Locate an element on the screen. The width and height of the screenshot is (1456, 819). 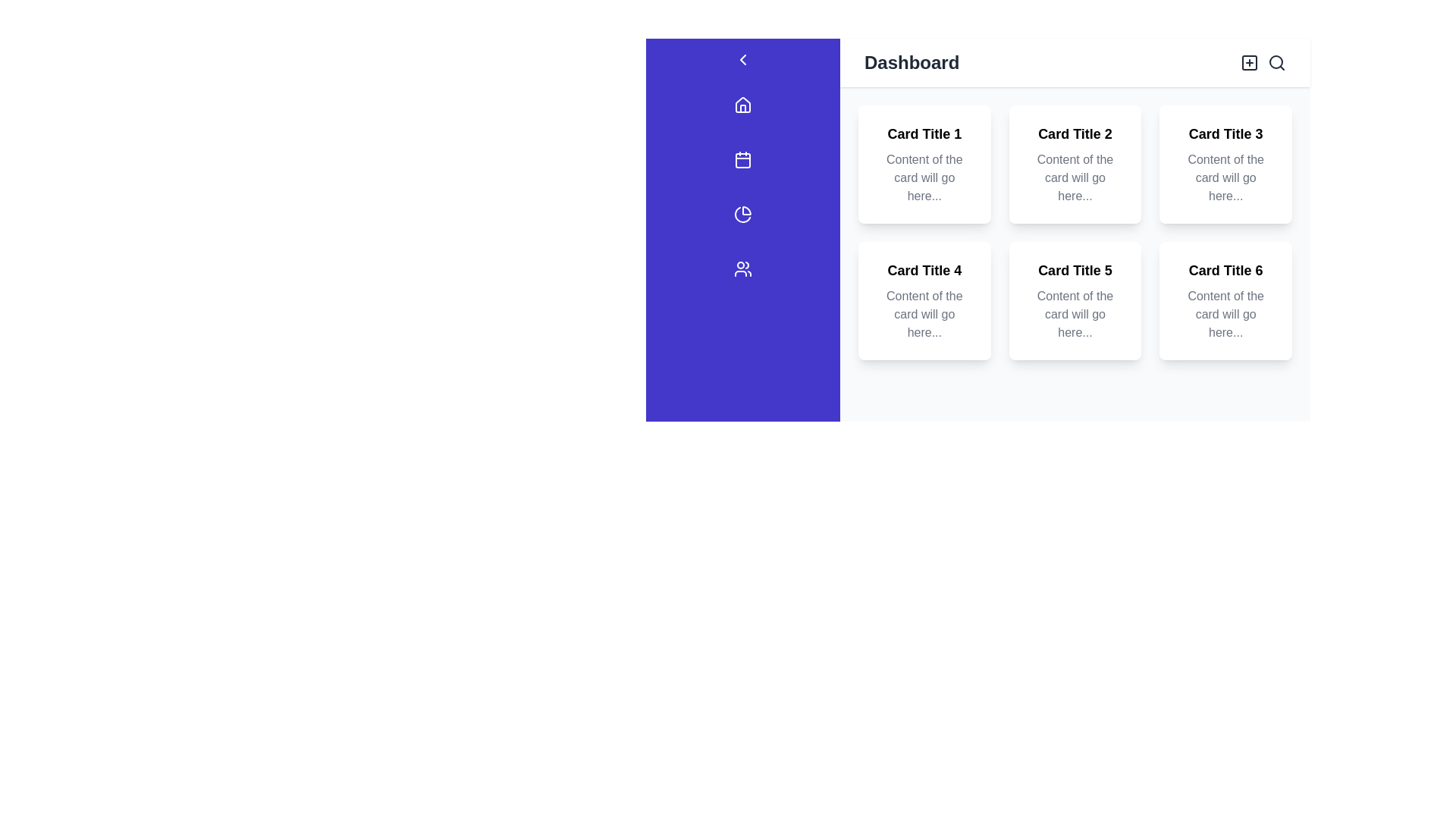
the statistical data visualization icon located in the vertical navigation bar on the left side of the interface is located at coordinates (742, 214).